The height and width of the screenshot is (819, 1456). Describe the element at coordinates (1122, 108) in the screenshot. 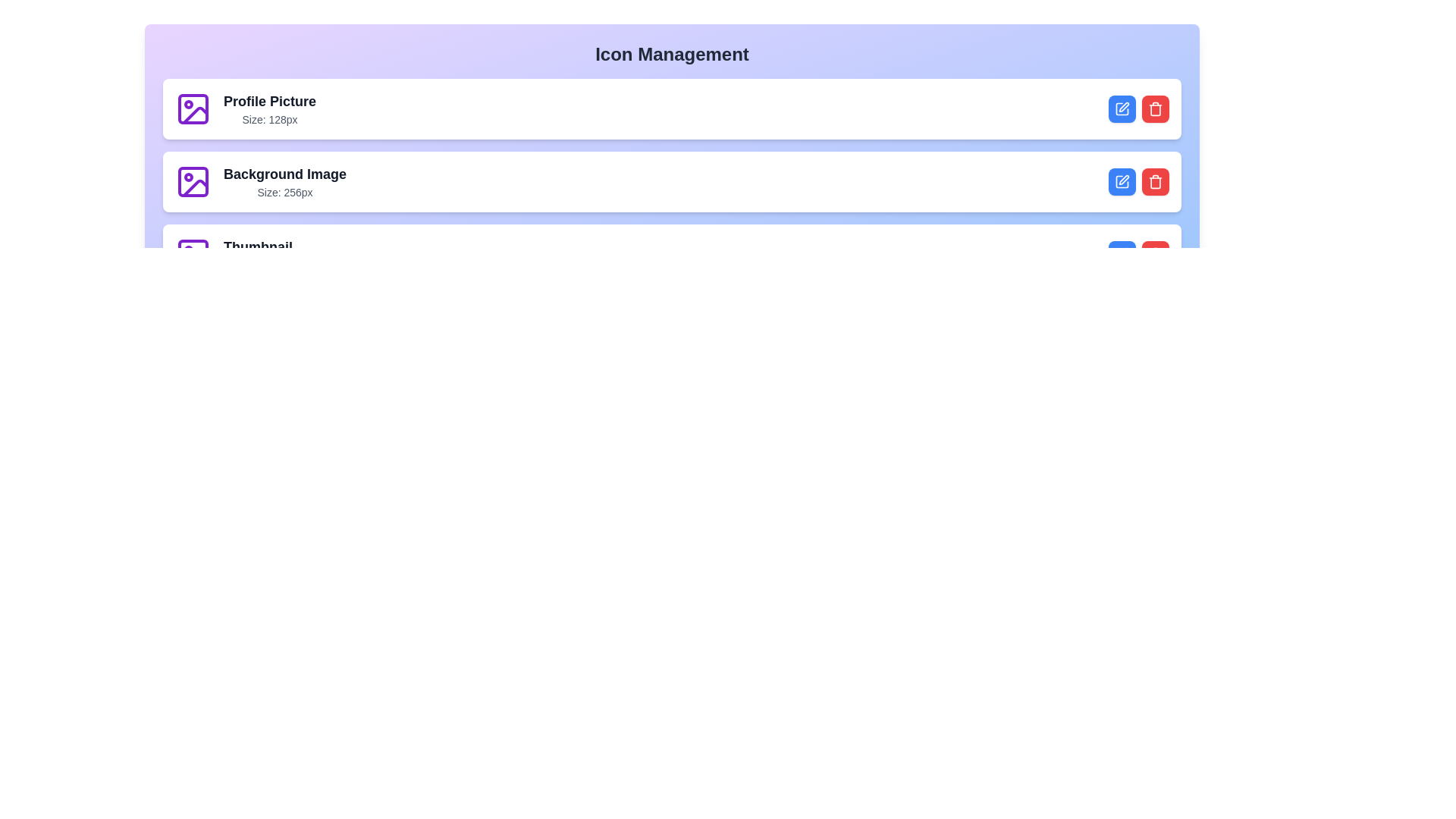

I see `the edit button with a blue background and white text` at that location.